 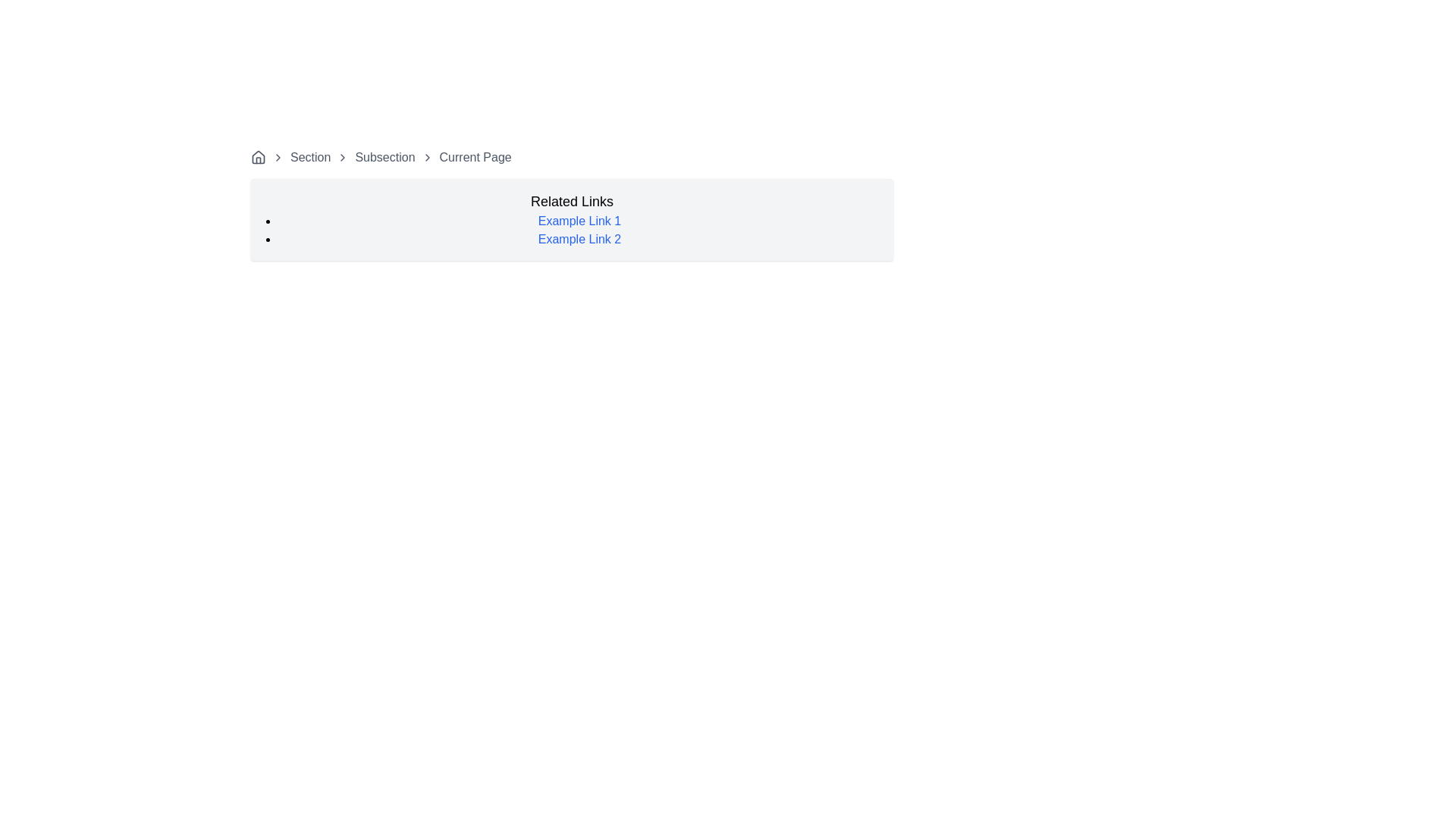 I want to click on the hyperlink labeled 'Example Link 2' in the 'Related Links' section, so click(x=579, y=239).